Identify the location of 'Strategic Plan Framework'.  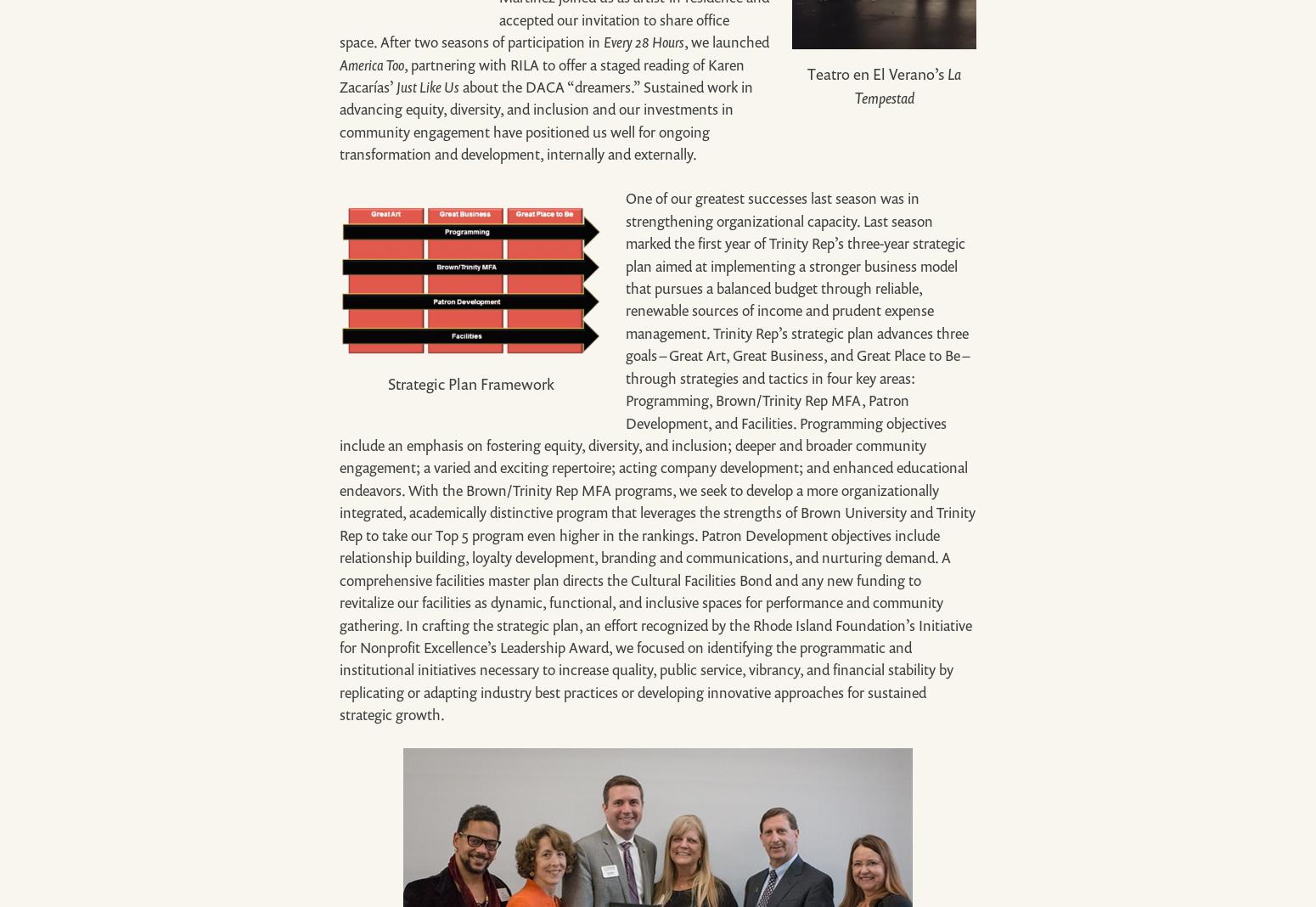
(471, 383).